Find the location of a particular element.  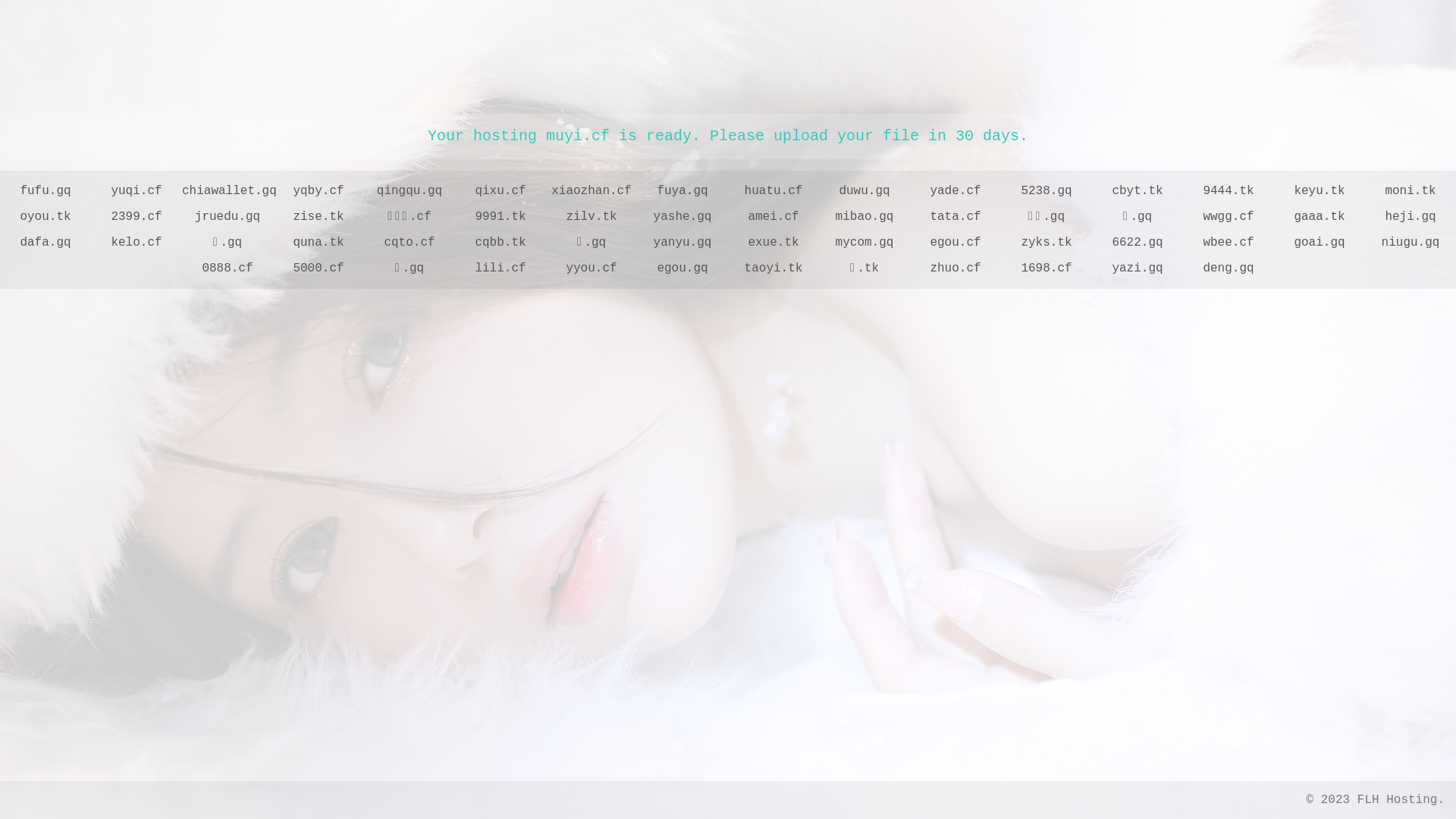

'qixu.cf' is located at coordinates (454, 190).